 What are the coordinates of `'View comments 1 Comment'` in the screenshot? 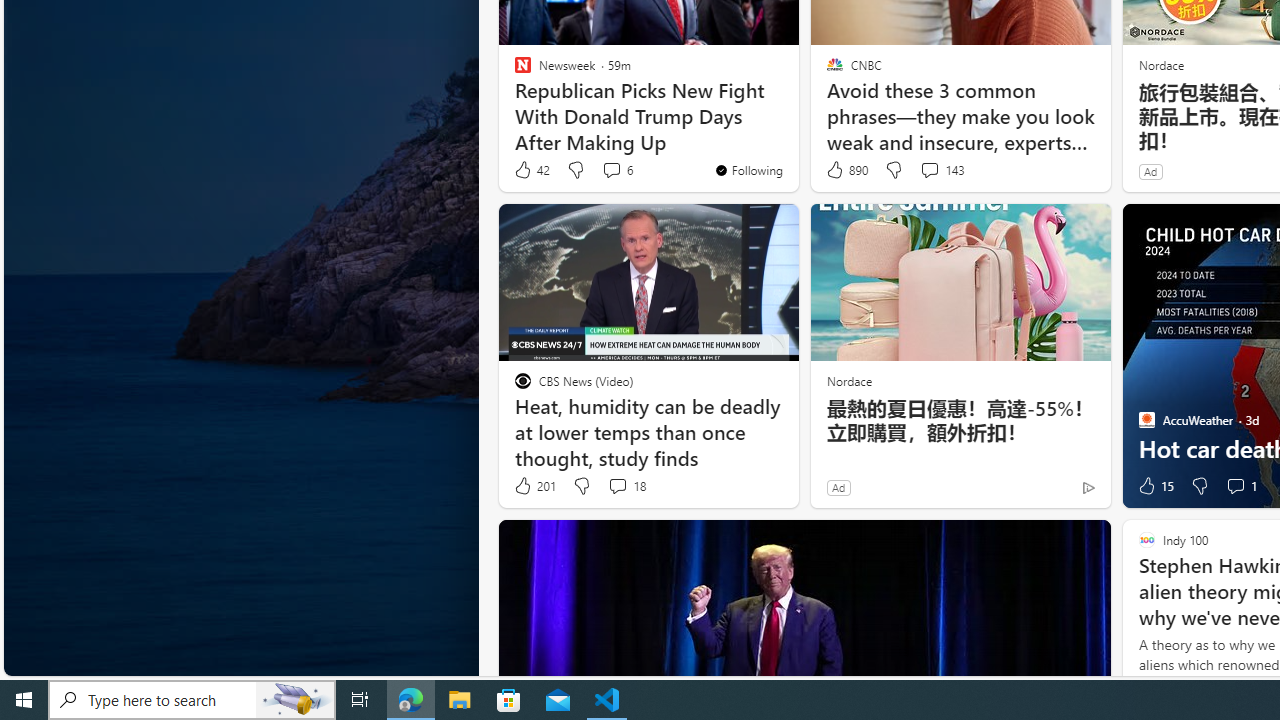 It's located at (1234, 486).